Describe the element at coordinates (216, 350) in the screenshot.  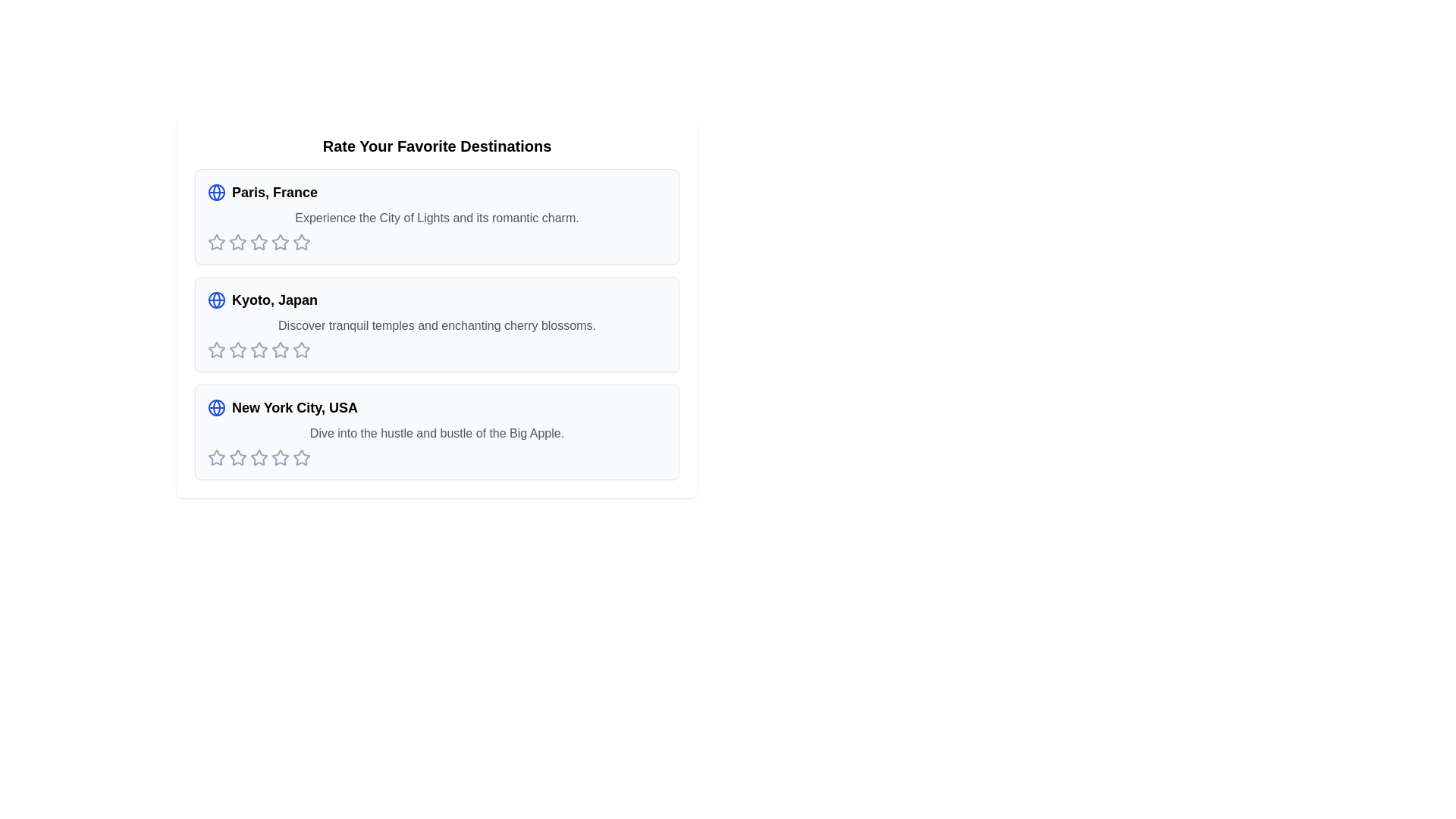
I see `the leftmost star icon in the rating section for 'Kyoto, Japan'` at that location.